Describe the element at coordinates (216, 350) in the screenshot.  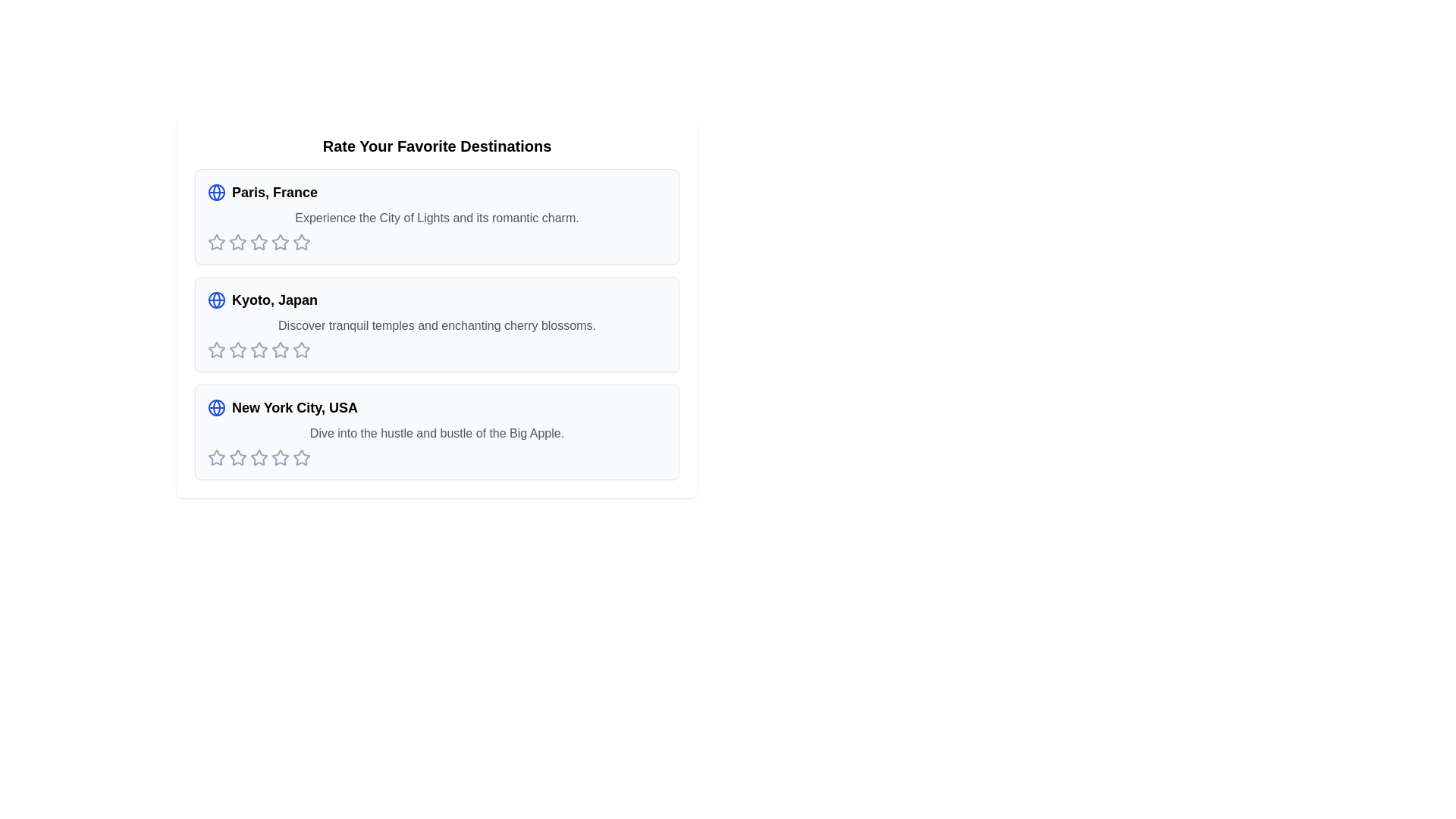
I see `the leftmost star icon in the rating section for 'Kyoto, Japan'` at that location.